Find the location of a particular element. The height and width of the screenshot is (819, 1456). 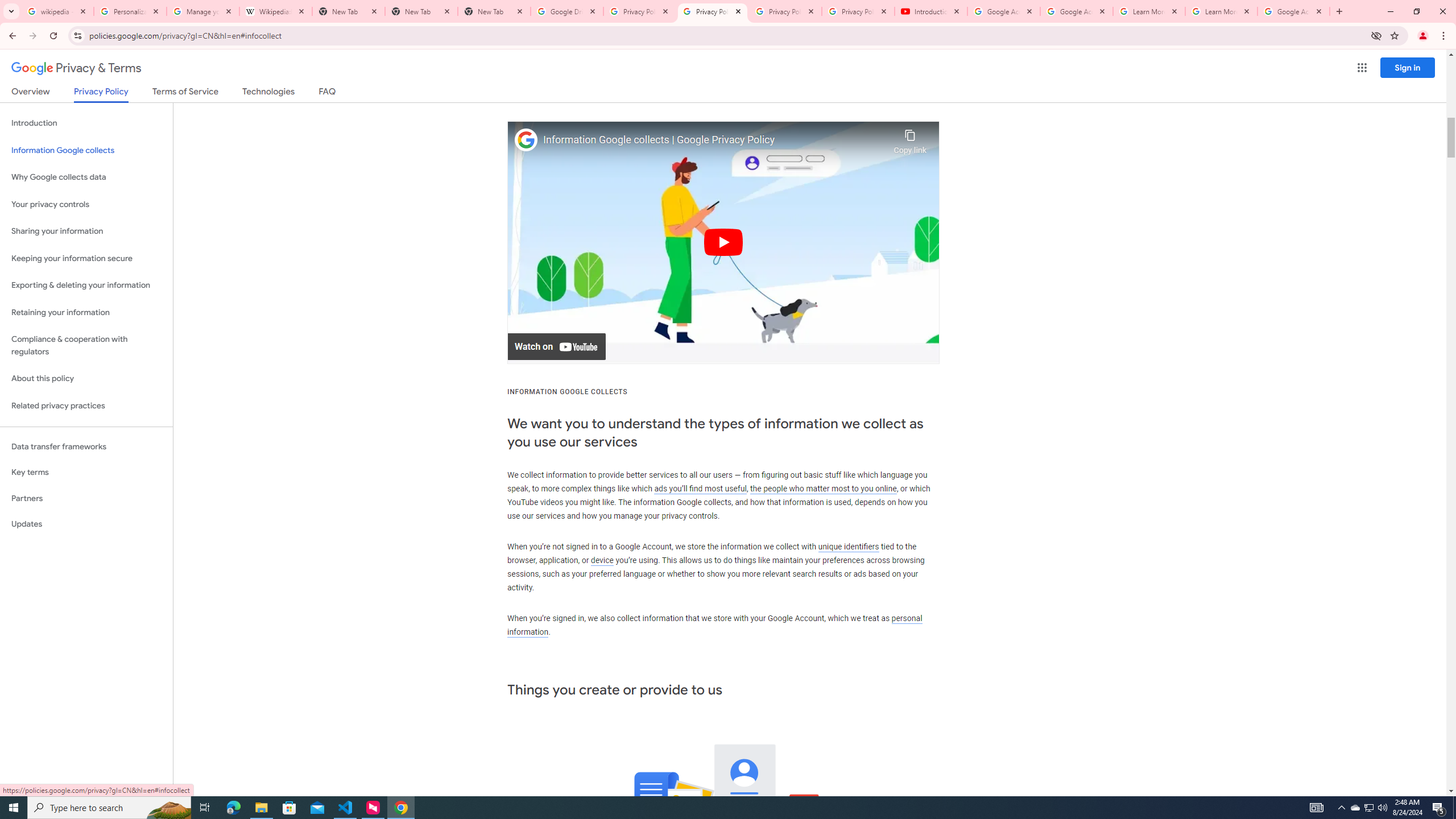

'Information Google collects' is located at coordinates (86, 150).